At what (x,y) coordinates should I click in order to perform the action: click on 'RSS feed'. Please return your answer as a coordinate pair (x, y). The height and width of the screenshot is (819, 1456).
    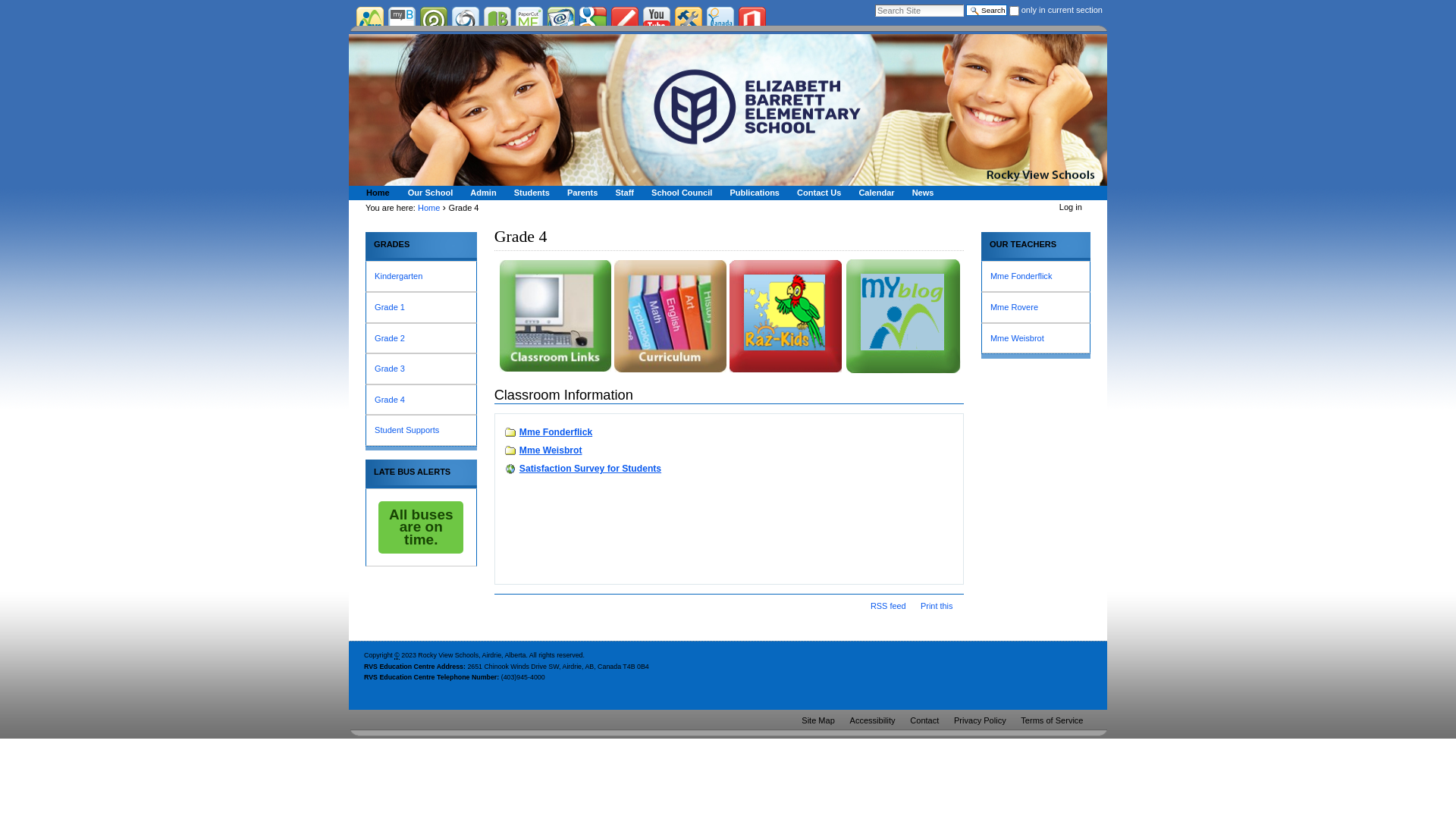
    Looking at the image, I should click on (888, 604).